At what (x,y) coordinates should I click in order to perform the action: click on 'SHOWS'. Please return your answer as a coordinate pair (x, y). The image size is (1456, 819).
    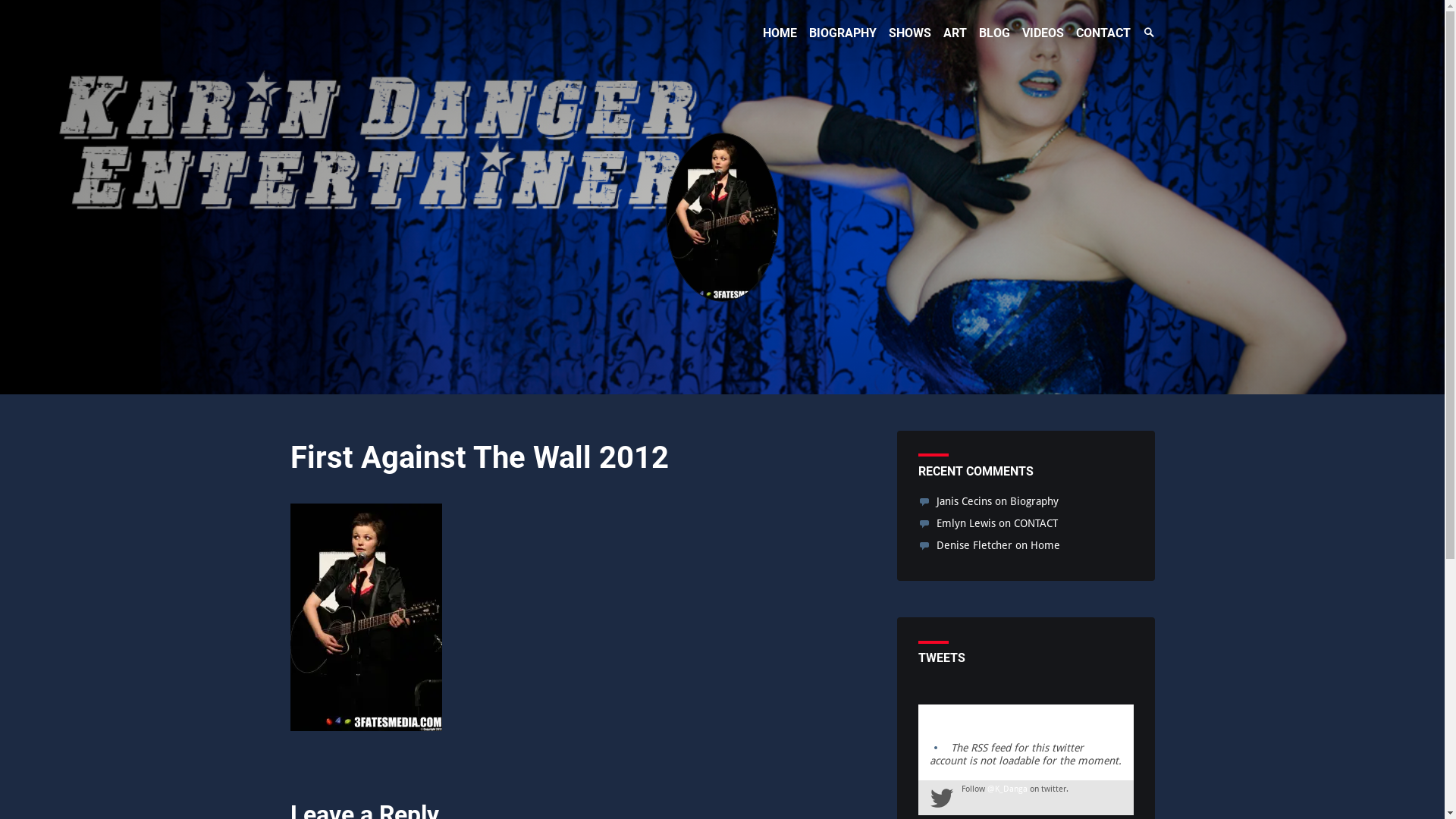
    Looking at the image, I should click on (910, 33).